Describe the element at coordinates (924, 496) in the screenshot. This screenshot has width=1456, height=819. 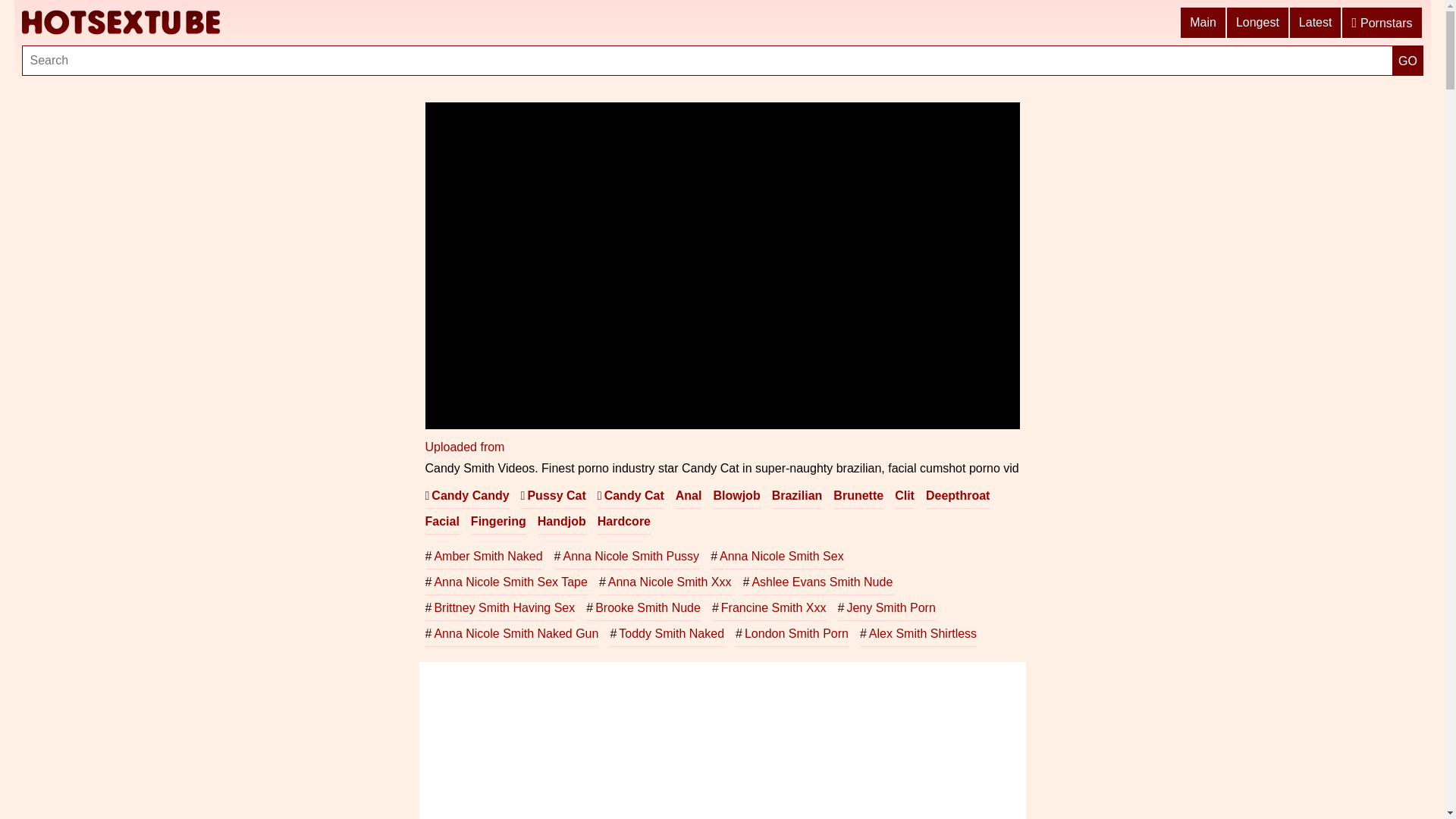
I see `'Deepthroat'` at that location.